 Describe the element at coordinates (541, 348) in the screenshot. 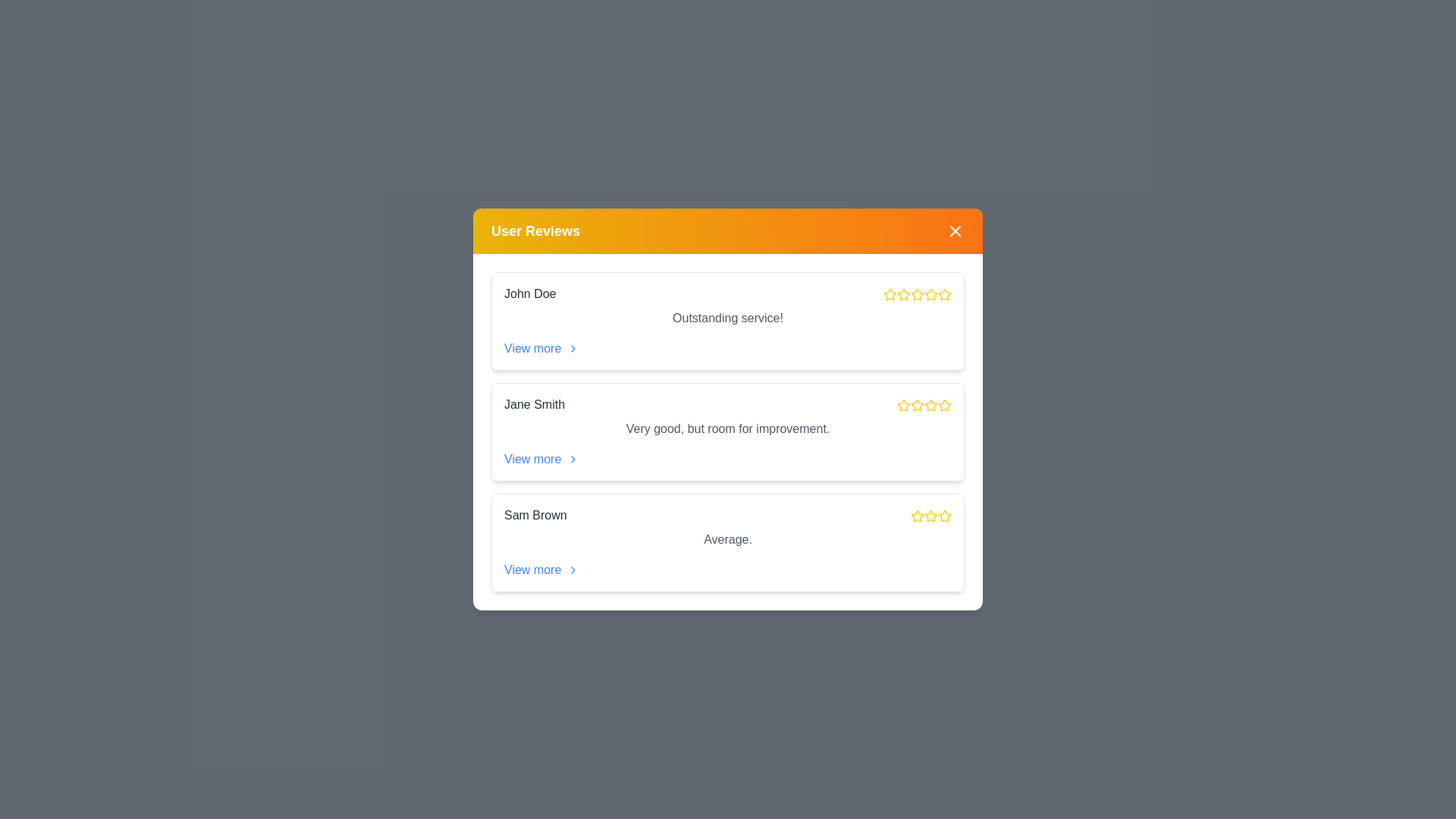

I see `the 'View more' link for the review by John Doe` at that location.